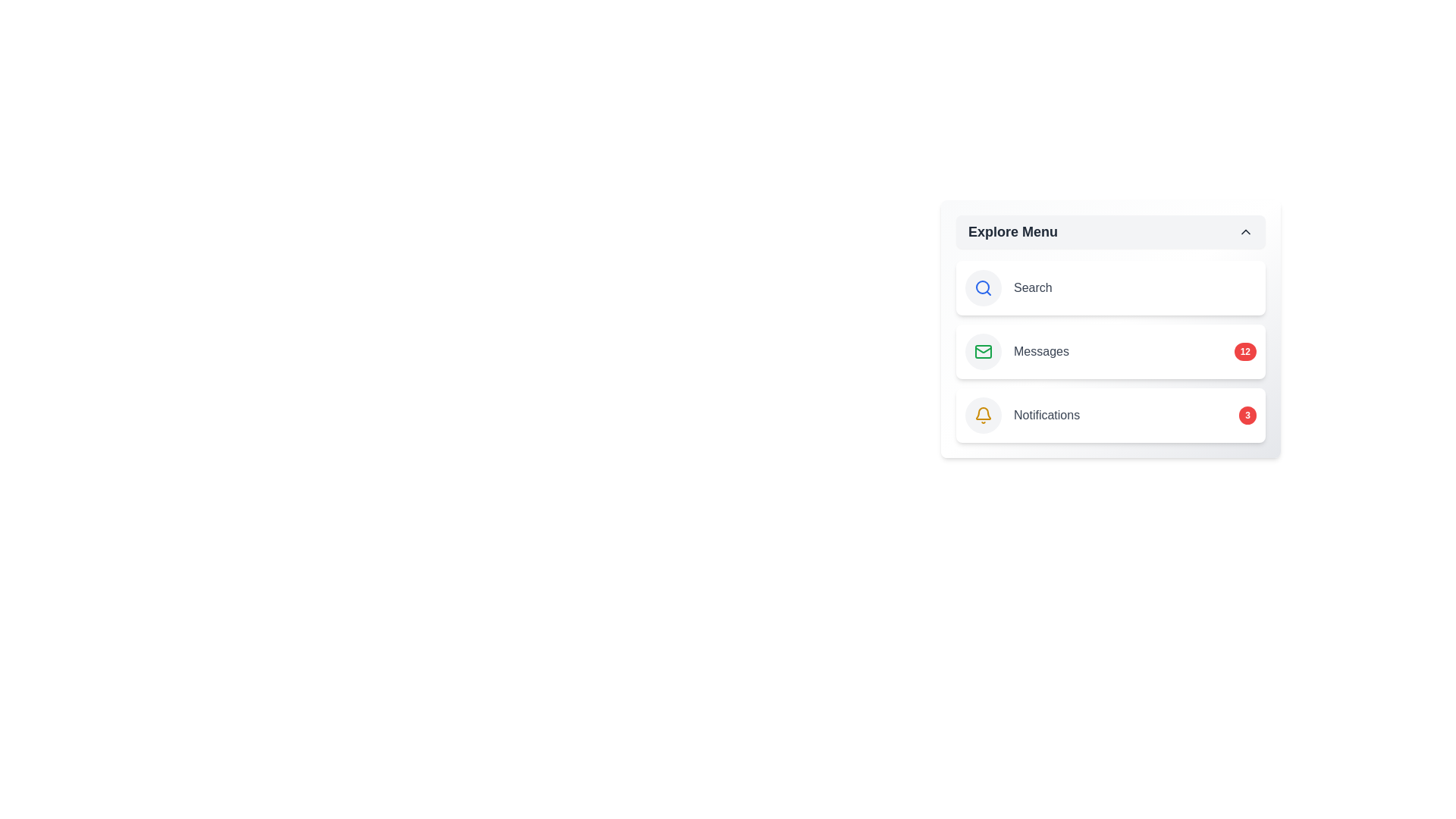  What do you see at coordinates (1110, 415) in the screenshot?
I see `the 'Notifications' menu item` at bounding box center [1110, 415].